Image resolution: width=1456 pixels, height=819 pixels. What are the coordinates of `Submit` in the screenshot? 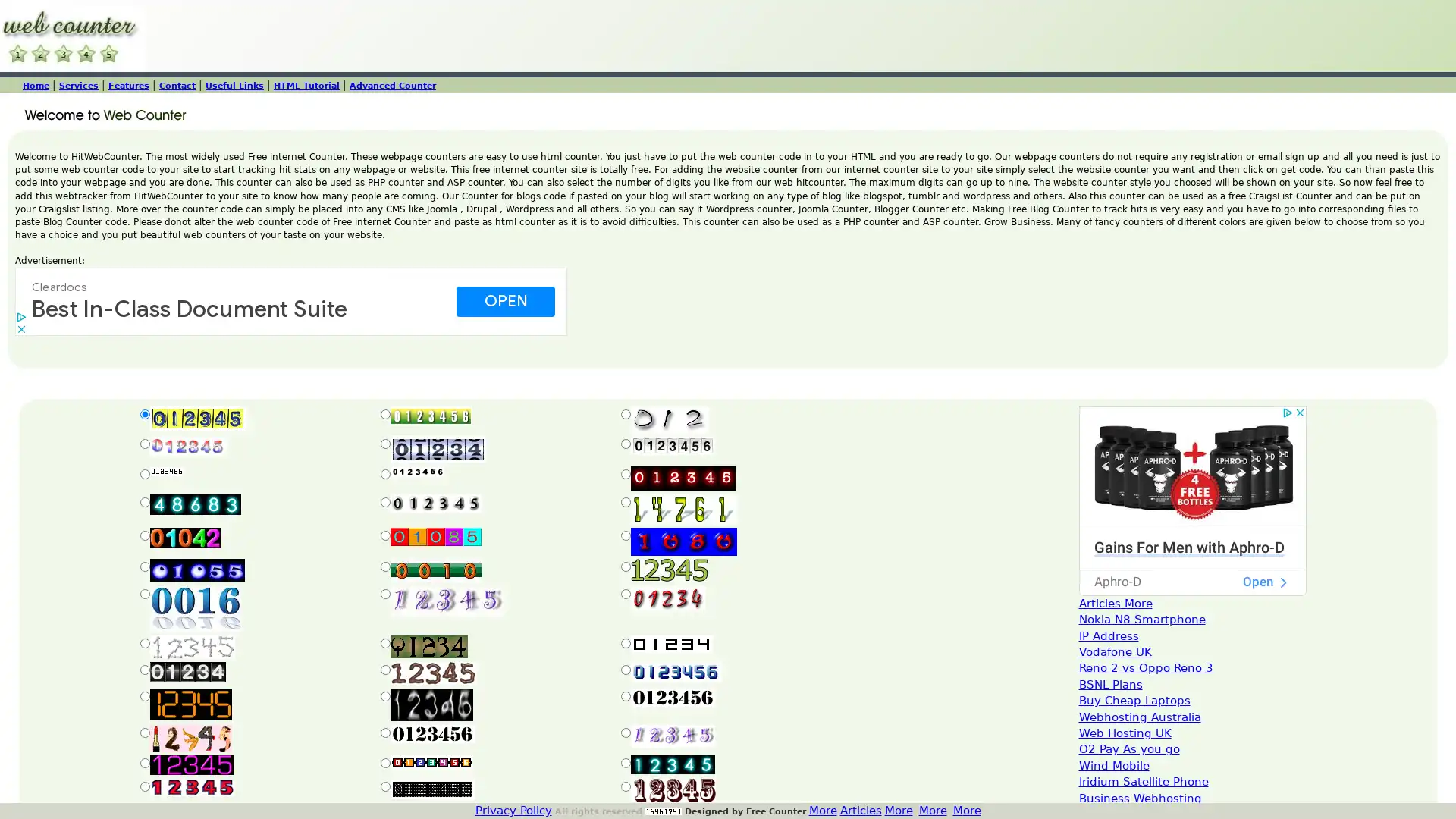 It's located at (435, 570).